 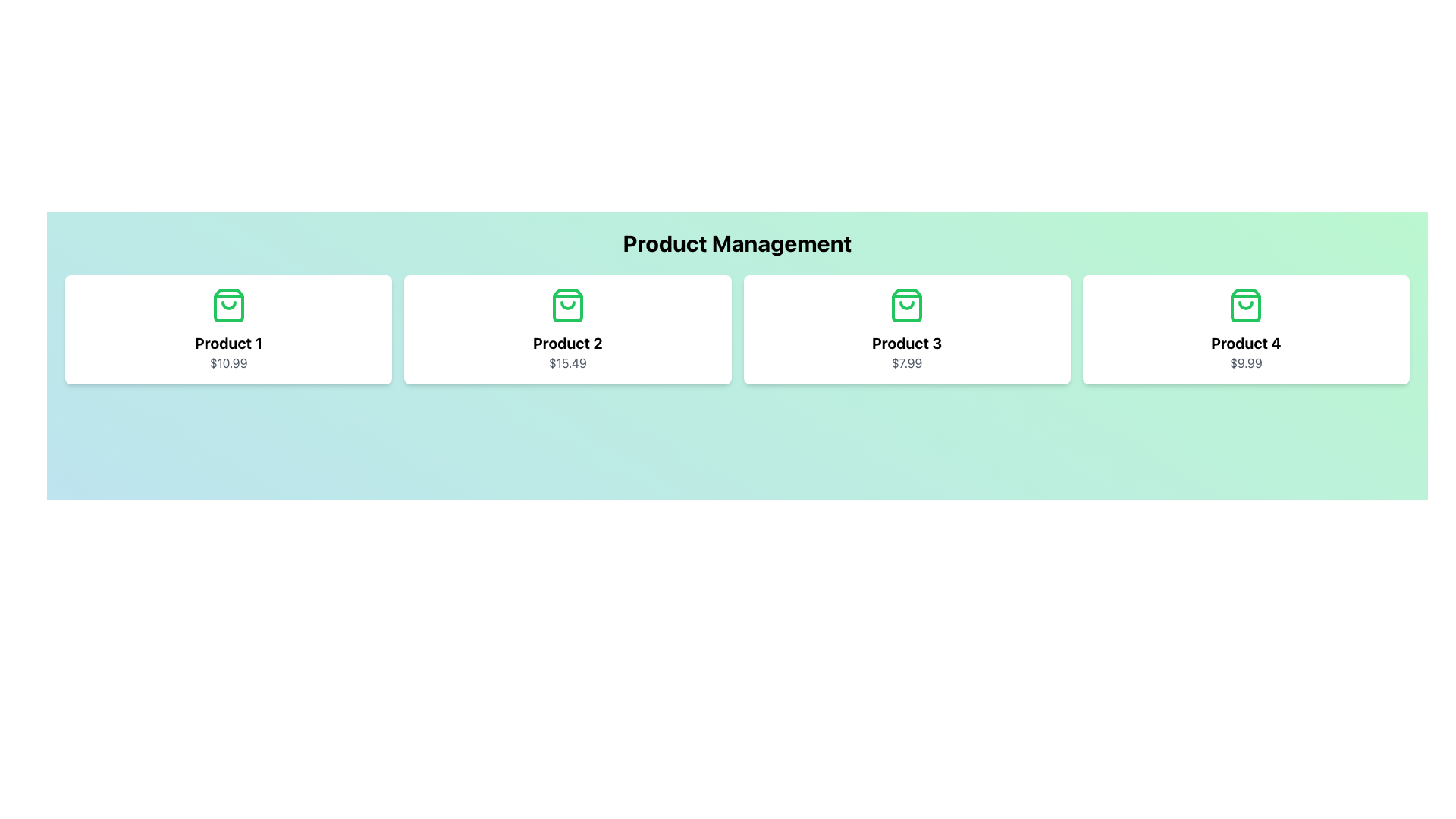 I want to click on the text label displaying 'Product 1', which is styled in bold and larger font, located within the product card above the price '$10.99' and below the shopping bag icon, so click(x=227, y=343).